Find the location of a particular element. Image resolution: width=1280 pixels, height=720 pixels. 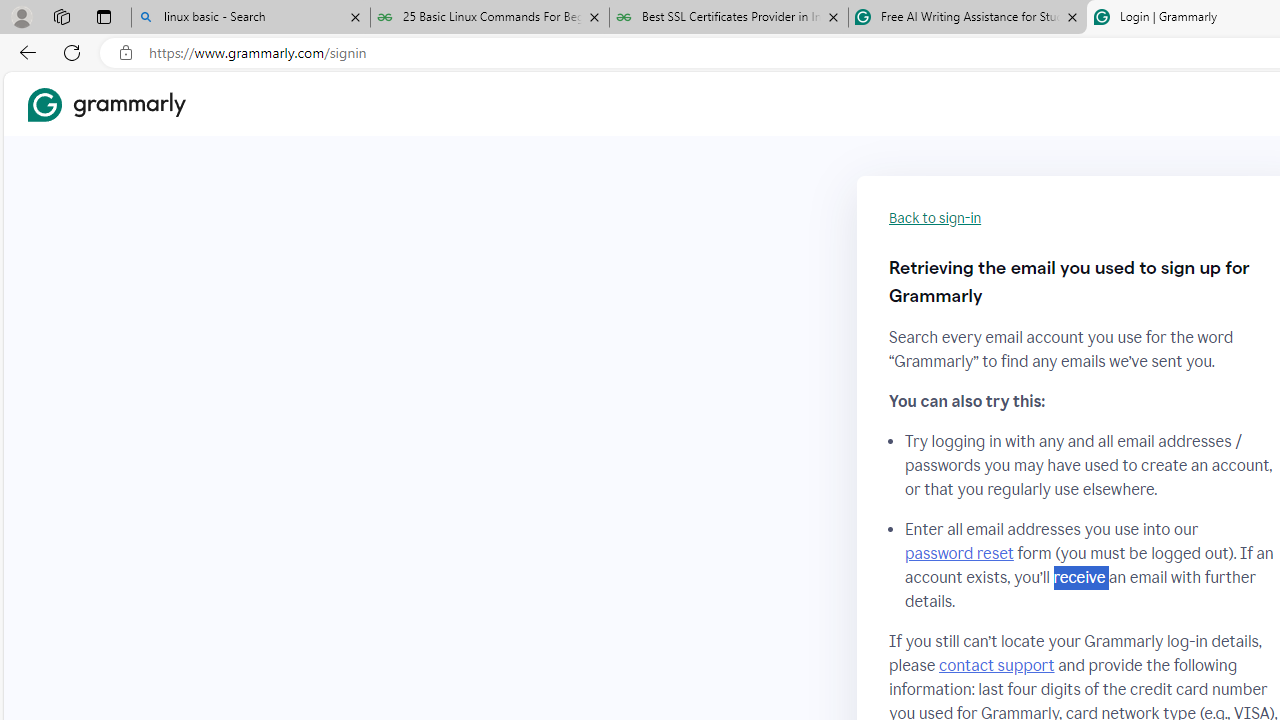

'Grammarly Home' is located at coordinates (105, 104).